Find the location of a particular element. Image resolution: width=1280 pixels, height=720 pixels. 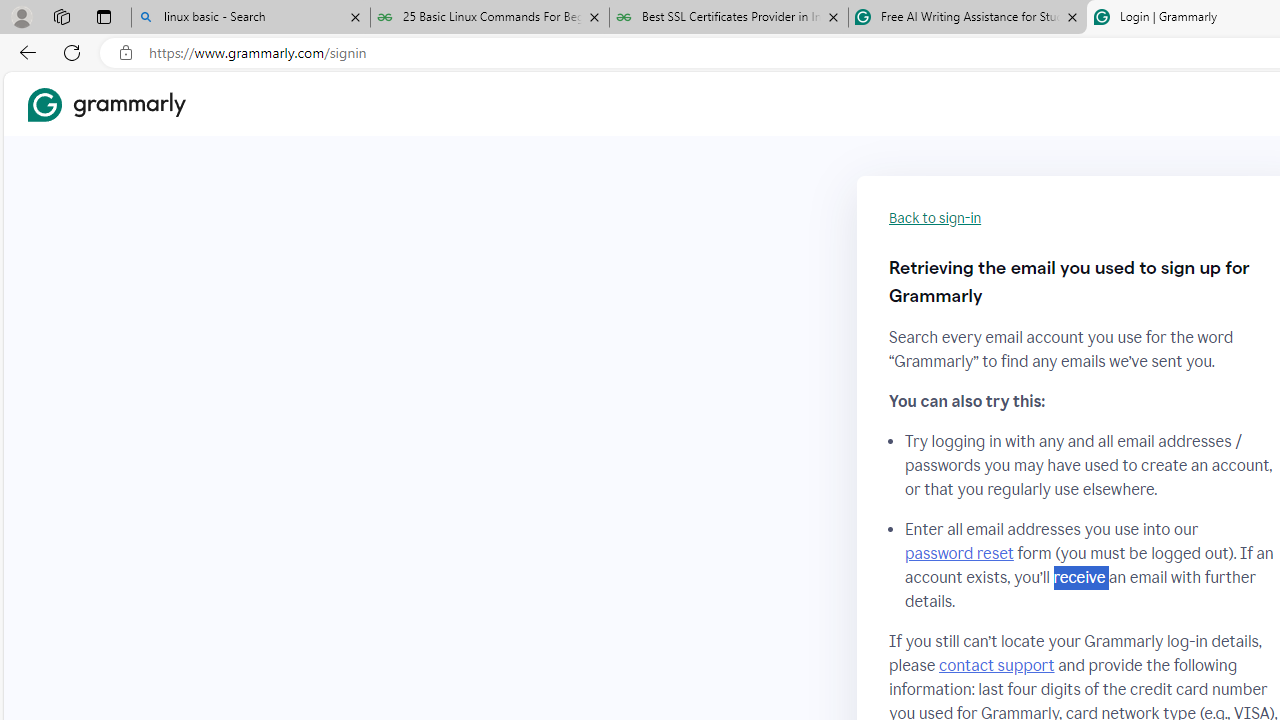

'Grammarly Home' is located at coordinates (105, 104).